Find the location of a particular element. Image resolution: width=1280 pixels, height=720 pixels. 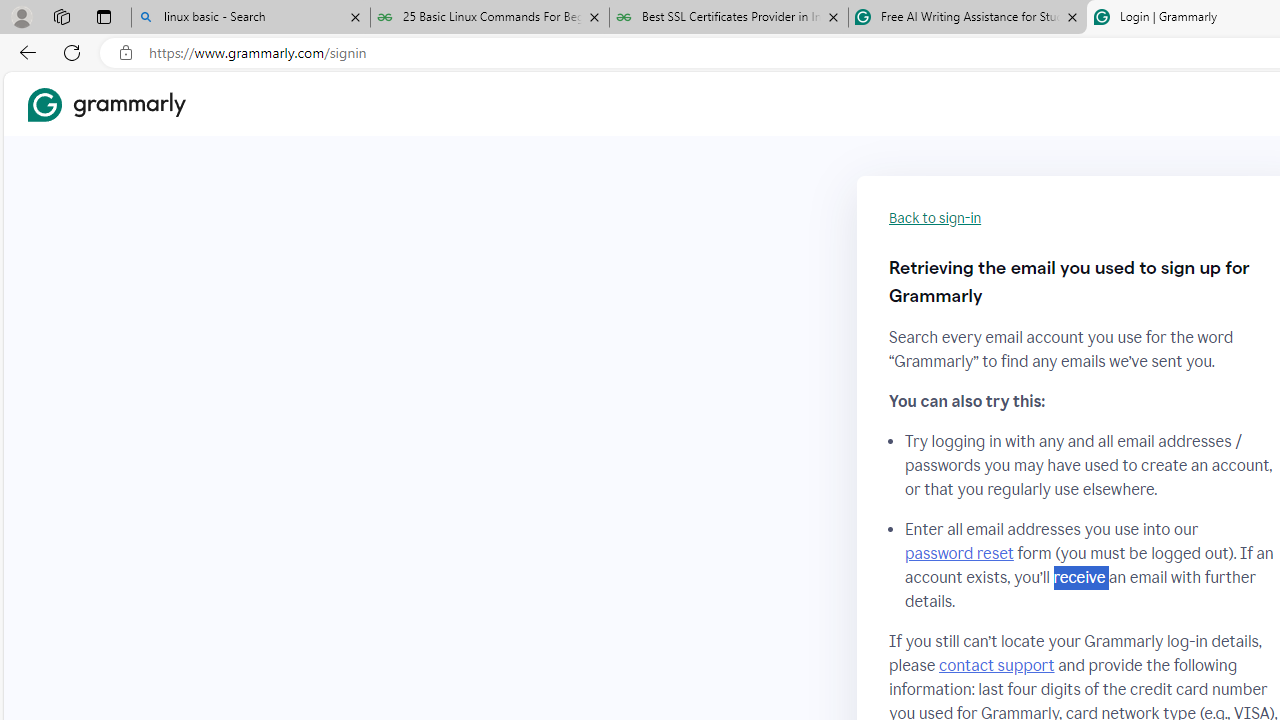

'Grammarly Home' is located at coordinates (105, 104).